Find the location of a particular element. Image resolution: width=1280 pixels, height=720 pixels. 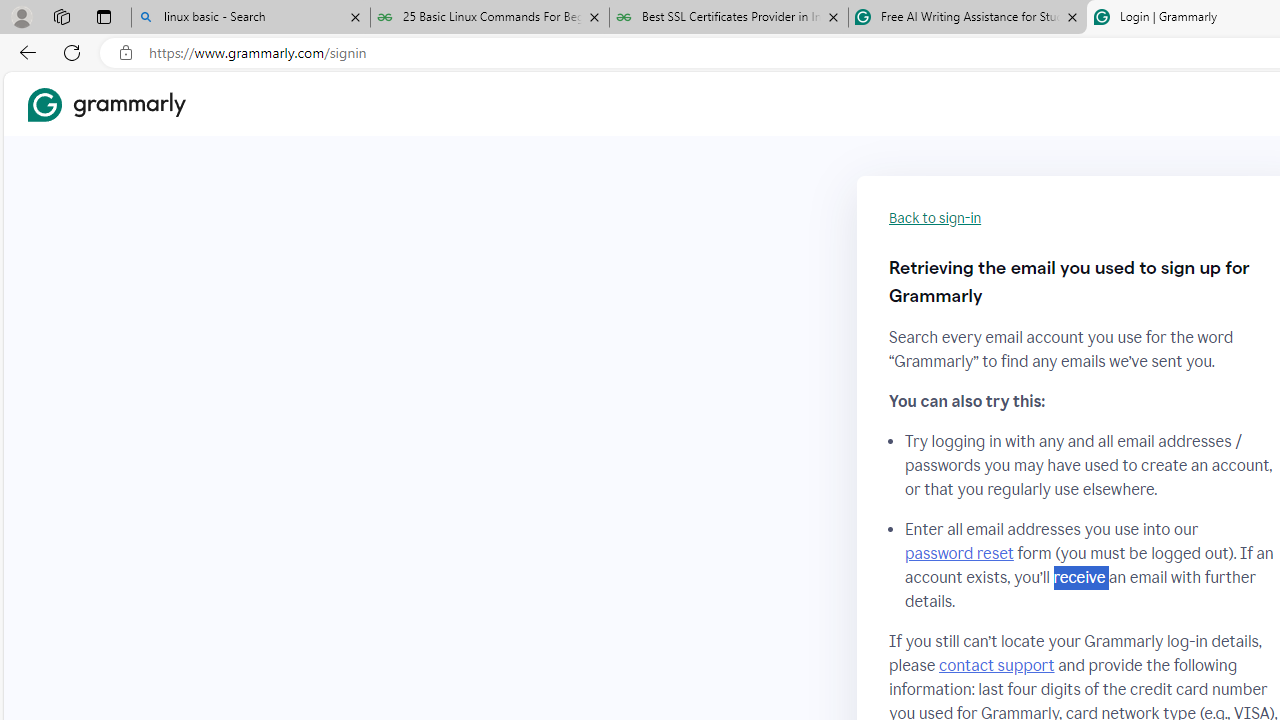

'Grammarly Home' is located at coordinates (105, 104).